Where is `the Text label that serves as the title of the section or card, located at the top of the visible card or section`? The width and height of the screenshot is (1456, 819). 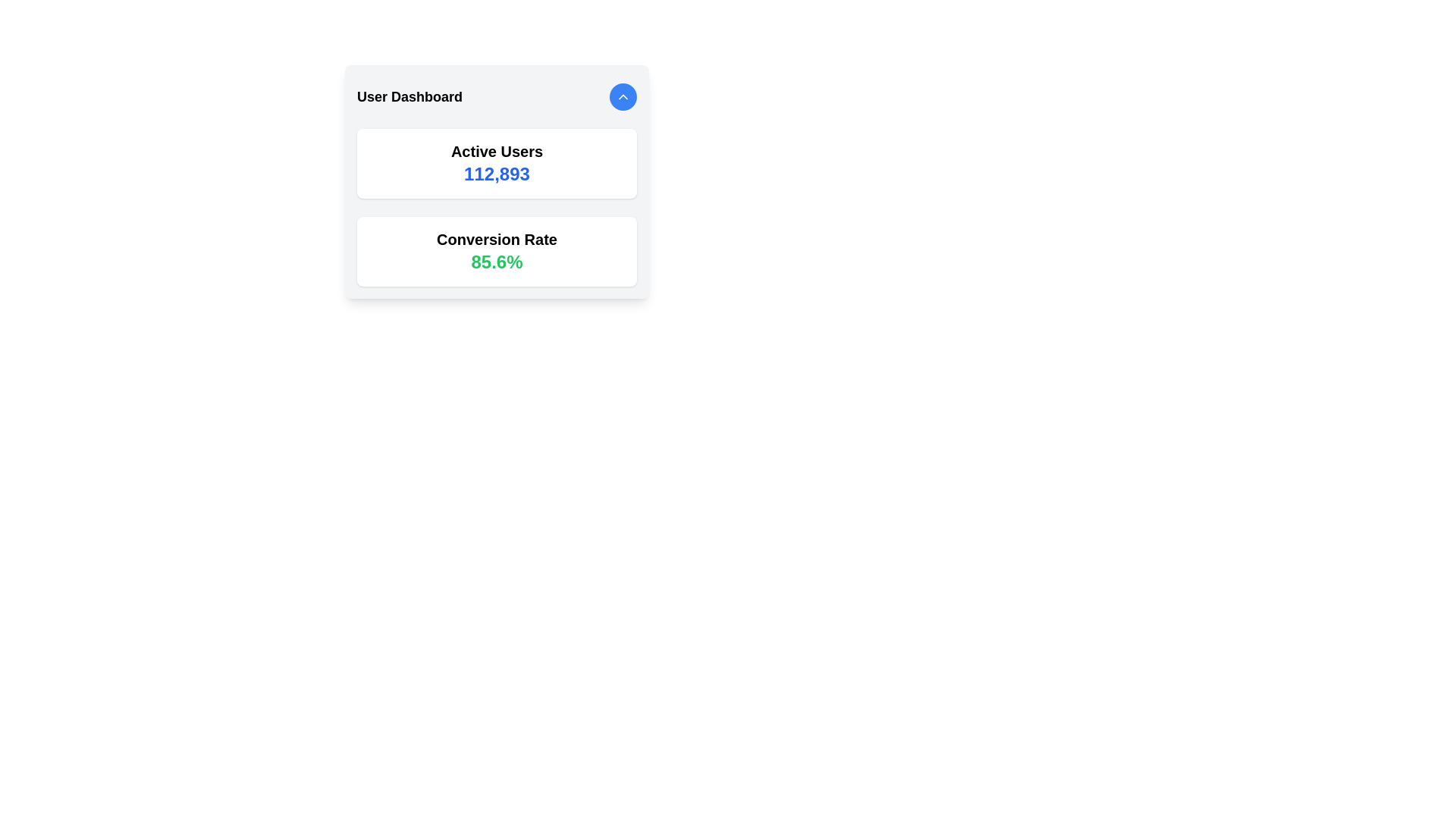 the Text label that serves as the title of the section or card, located at the top of the visible card or section is located at coordinates (409, 96).